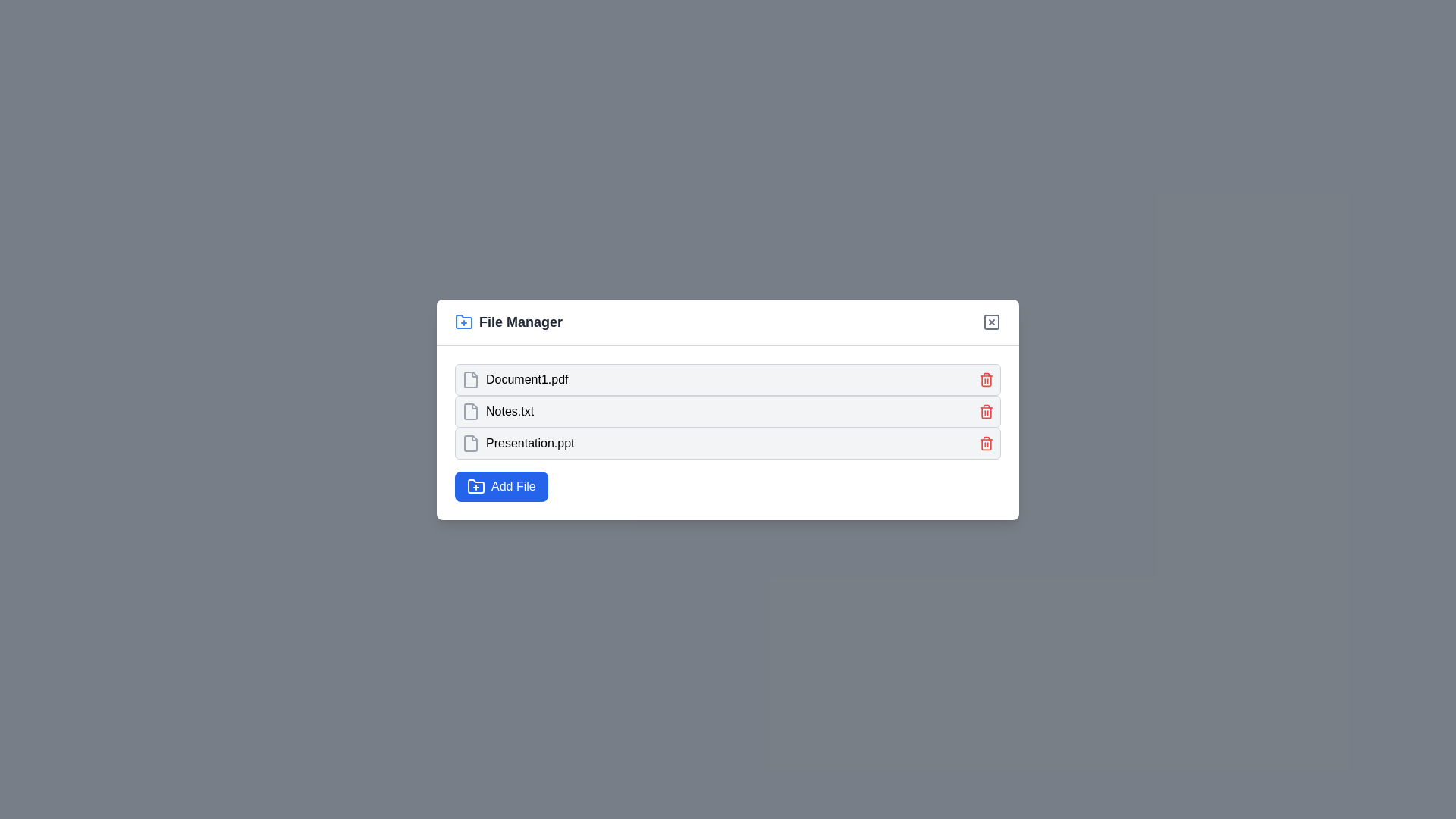 Image resolution: width=1456 pixels, height=819 pixels. What do you see at coordinates (469, 411) in the screenshot?
I see `the file type icon representing the 'Notes.txt' document, located to the left of the text label in the list structure` at bounding box center [469, 411].